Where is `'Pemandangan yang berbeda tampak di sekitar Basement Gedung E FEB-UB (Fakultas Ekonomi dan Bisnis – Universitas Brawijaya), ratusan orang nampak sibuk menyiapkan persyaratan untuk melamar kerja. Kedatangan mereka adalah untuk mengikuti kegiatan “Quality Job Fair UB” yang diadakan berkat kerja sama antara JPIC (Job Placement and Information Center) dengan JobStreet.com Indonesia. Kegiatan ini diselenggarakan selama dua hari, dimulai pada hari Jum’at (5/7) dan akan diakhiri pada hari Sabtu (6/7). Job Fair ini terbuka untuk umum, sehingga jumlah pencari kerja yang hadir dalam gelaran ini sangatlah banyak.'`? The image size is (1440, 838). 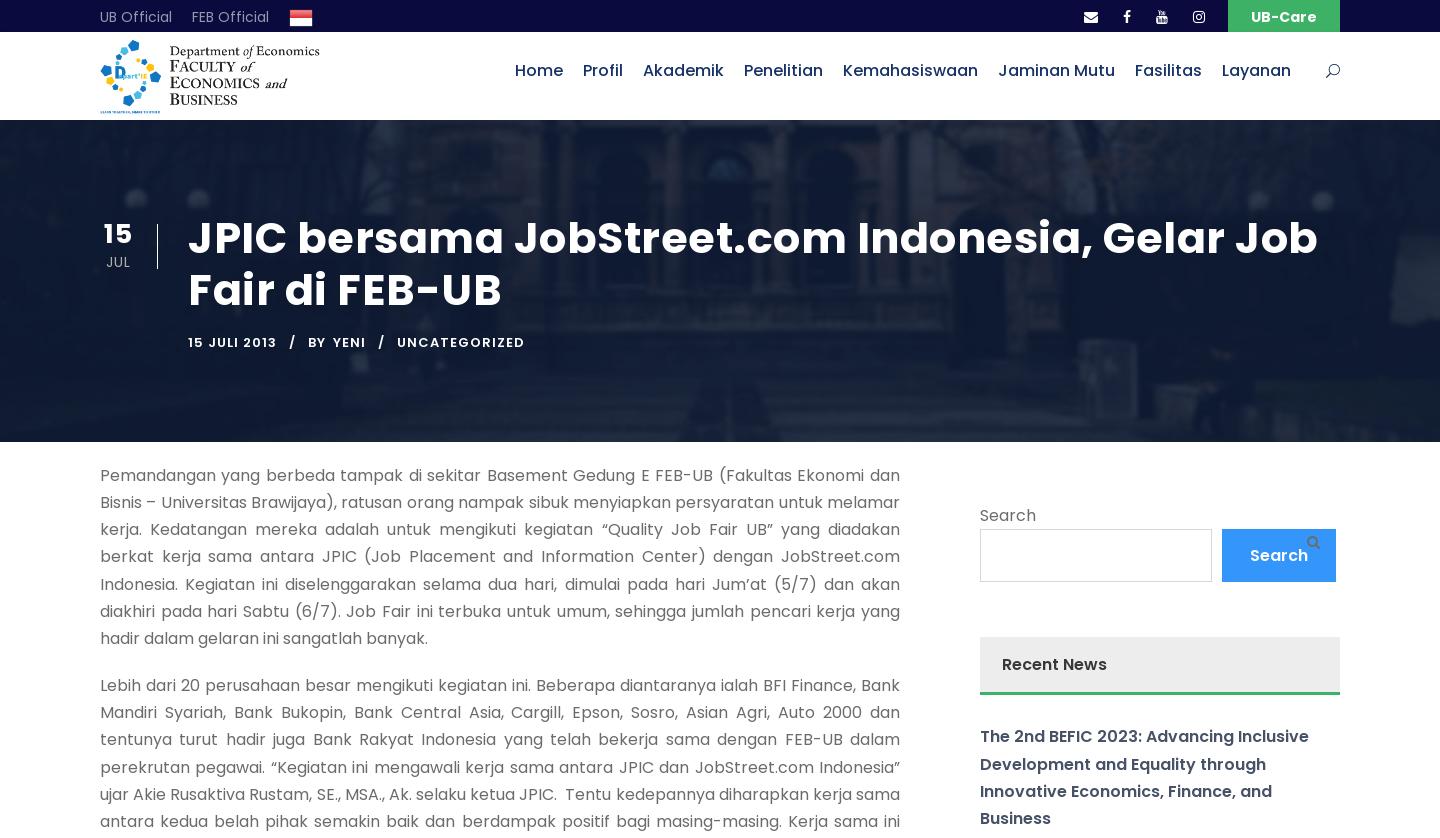
'Pemandangan yang berbeda tampak di sekitar Basement Gedung E FEB-UB (Fakultas Ekonomi dan Bisnis – Universitas Brawijaya), ratusan orang nampak sibuk menyiapkan persyaratan untuk melamar kerja. Kedatangan mereka adalah untuk mengikuti kegiatan “Quality Job Fair UB” yang diadakan berkat kerja sama antara JPIC (Job Placement and Information Center) dengan JobStreet.com Indonesia. Kegiatan ini diselenggarakan selama dua hari, dimulai pada hari Jum’at (5/7) dan akan diakhiri pada hari Sabtu (6/7). Job Fair ini terbuka untuk umum, sehingga jumlah pencari kerja yang hadir dalam gelaran ini sangatlah banyak.' is located at coordinates (498, 556).